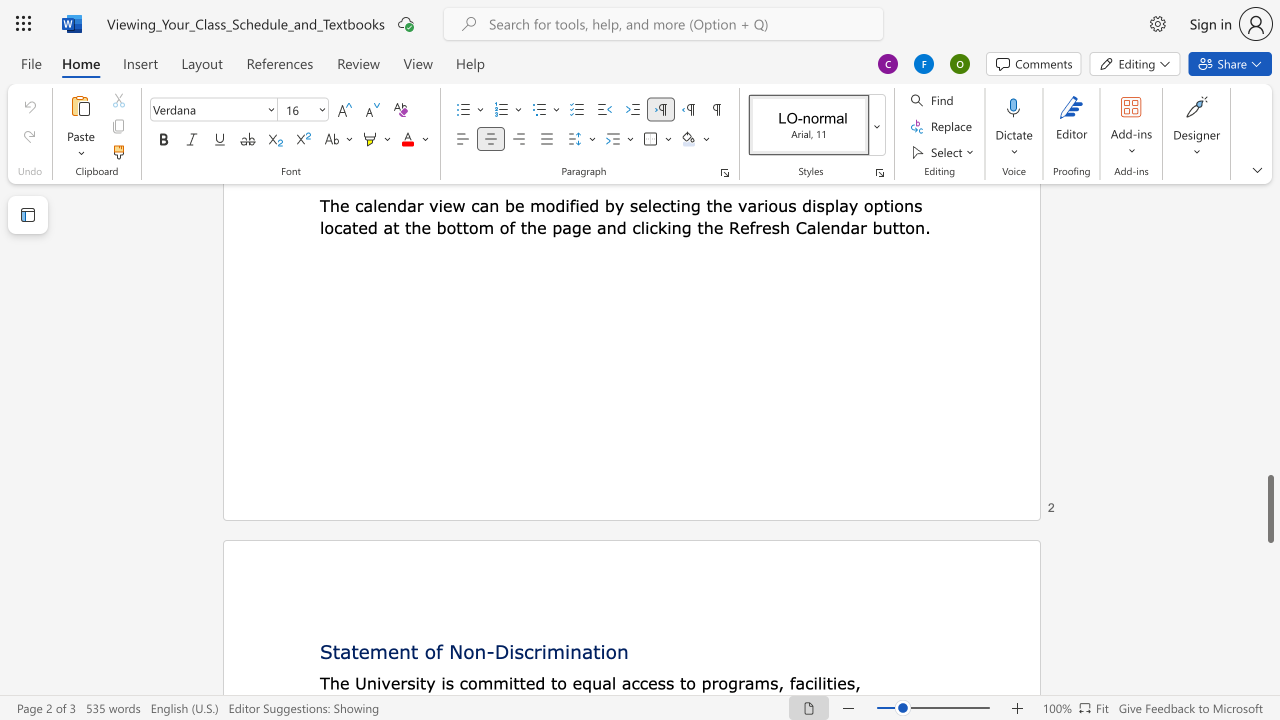  Describe the element at coordinates (1269, 418) in the screenshot. I see `the right-hand scrollbar to ascend the page` at that location.